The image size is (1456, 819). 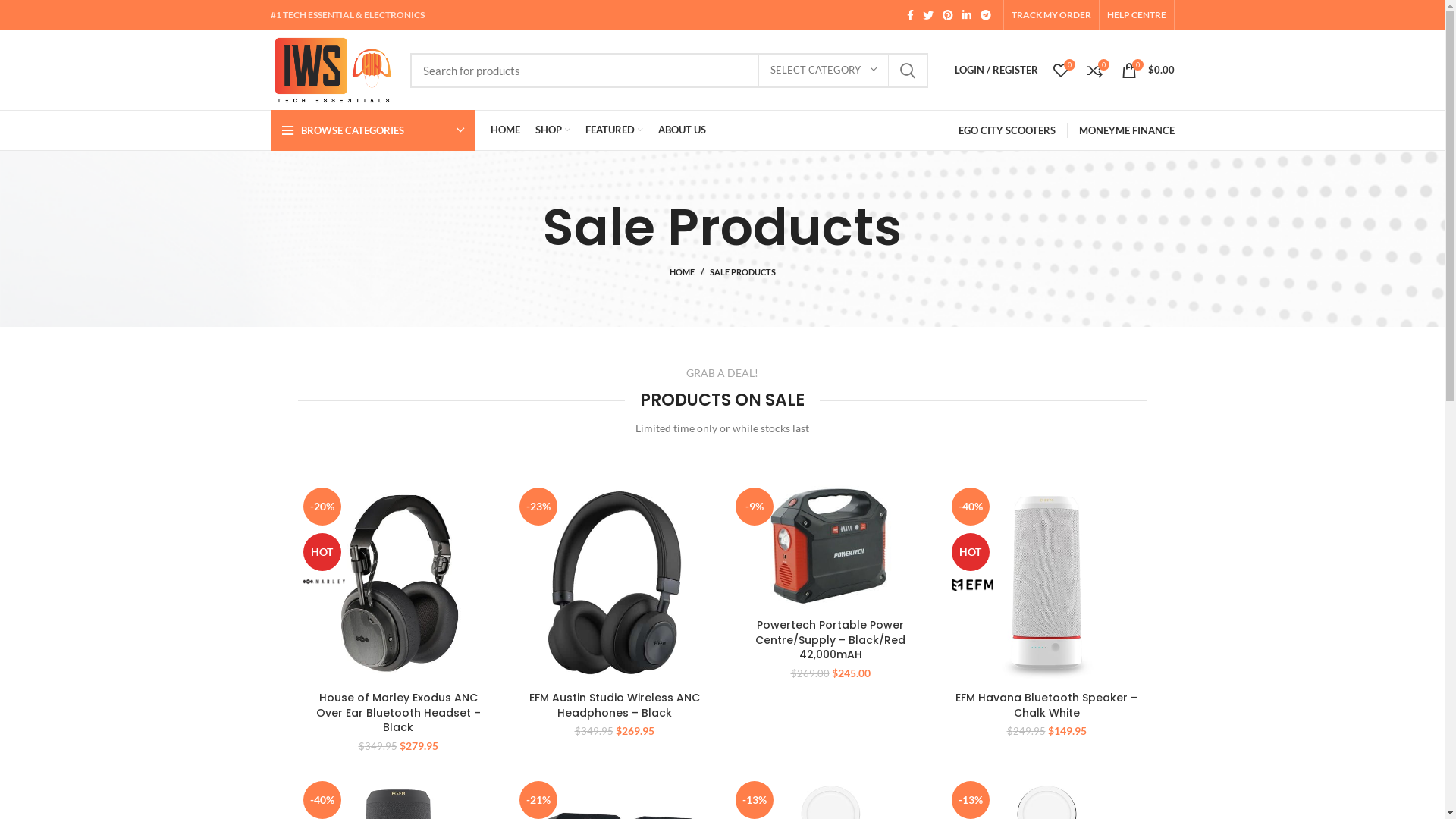 What do you see at coordinates (1043, 70) in the screenshot?
I see `'0'` at bounding box center [1043, 70].